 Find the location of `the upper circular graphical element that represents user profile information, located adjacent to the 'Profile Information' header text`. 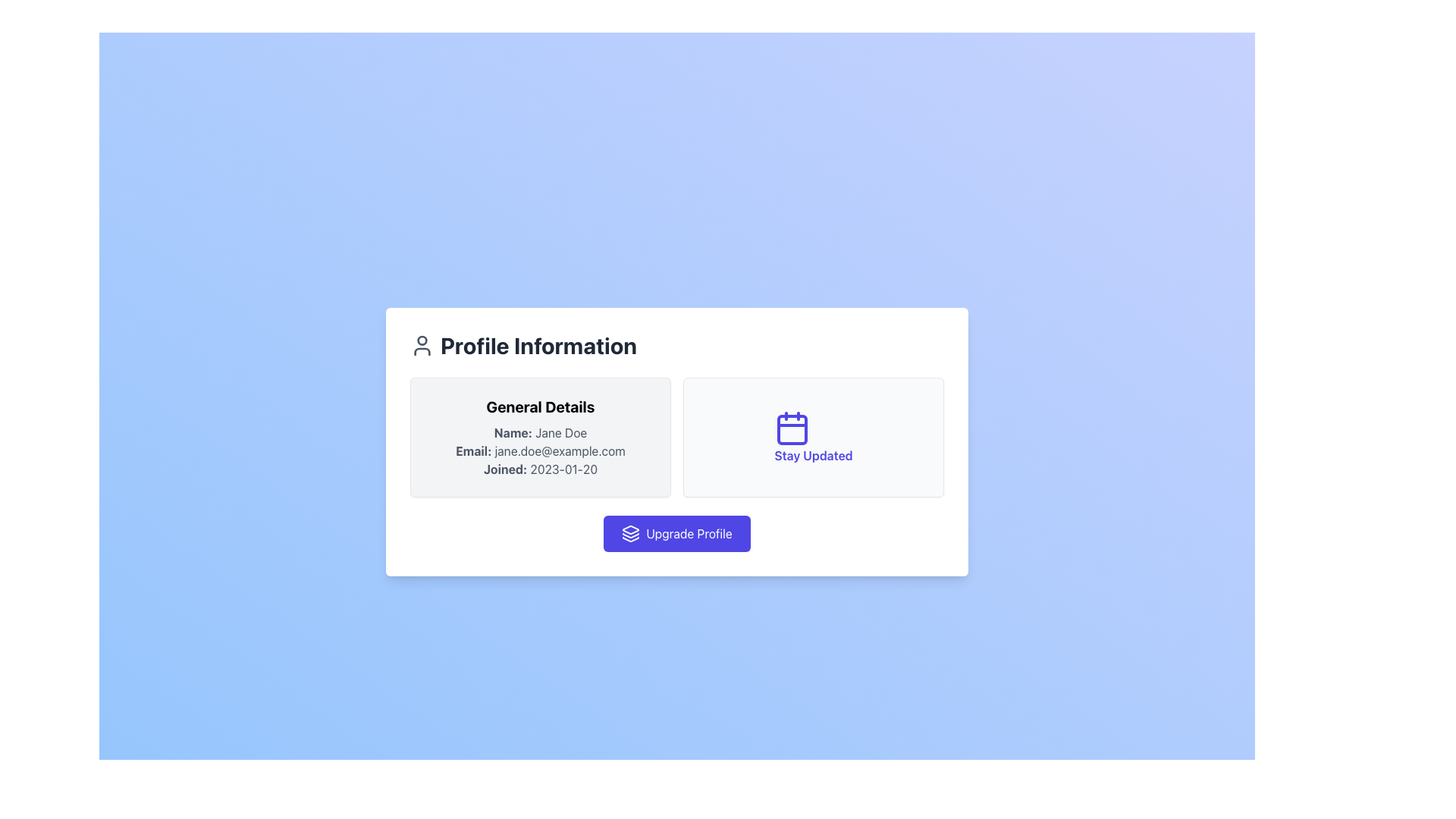

the upper circular graphical element that represents user profile information, located adjacent to the 'Profile Information' header text is located at coordinates (422, 339).